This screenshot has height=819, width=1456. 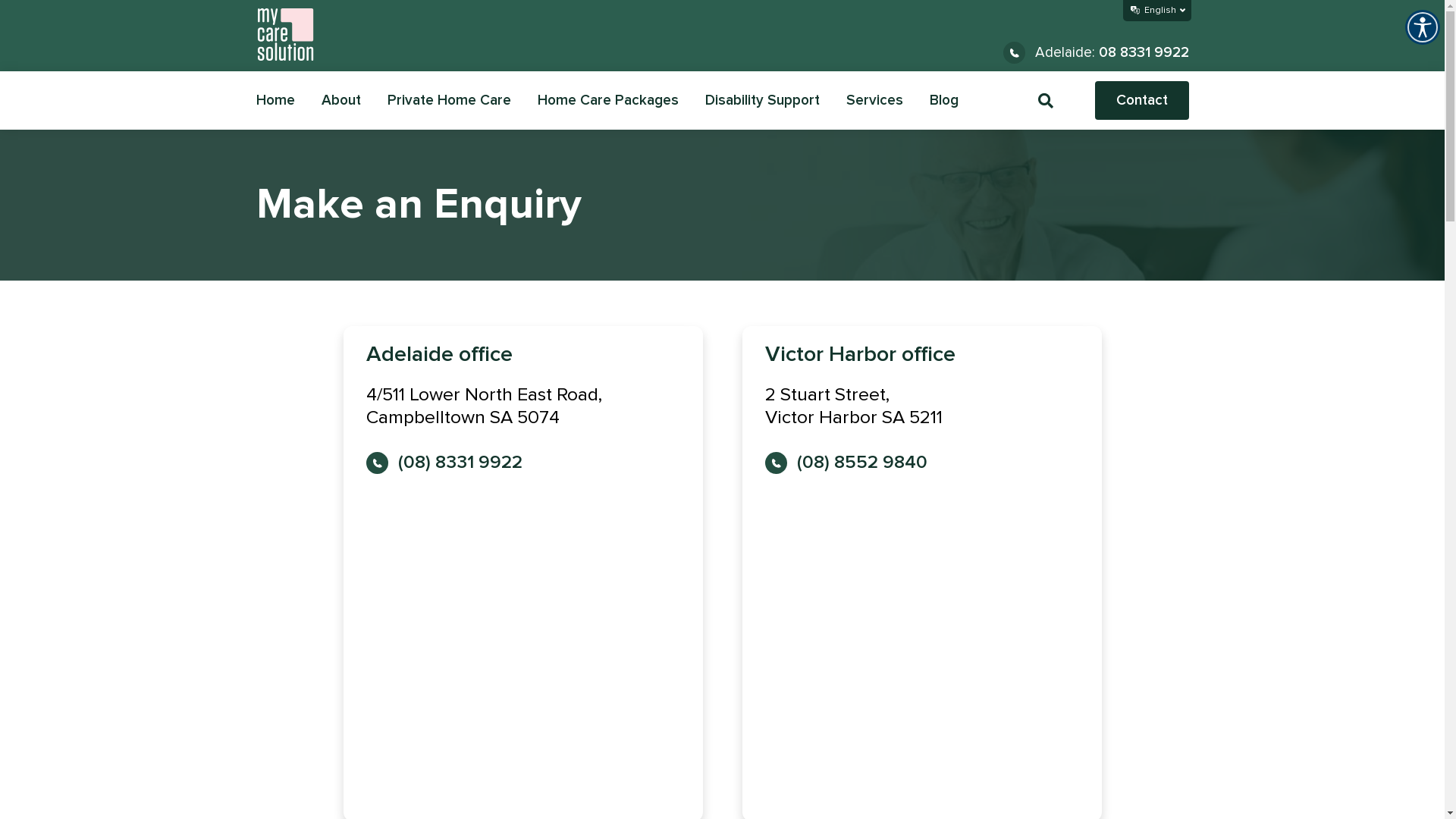 What do you see at coordinates (943, 100) in the screenshot?
I see `'Blog'` at bounding box center [943, 100].